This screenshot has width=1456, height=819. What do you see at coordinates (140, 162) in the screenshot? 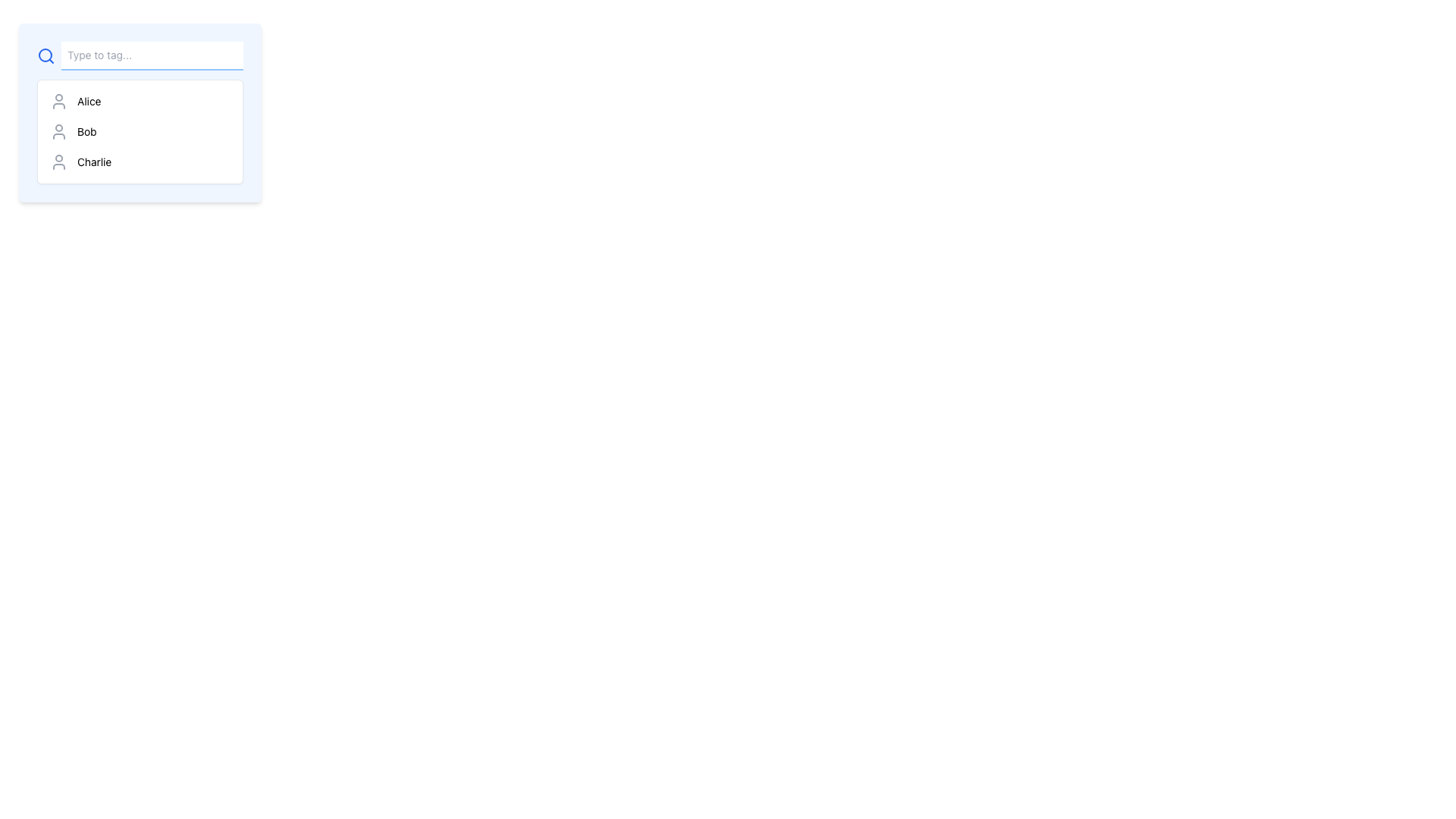
I see `the third list item representing the user 'Charlie'` at bounding box center [140, 162].